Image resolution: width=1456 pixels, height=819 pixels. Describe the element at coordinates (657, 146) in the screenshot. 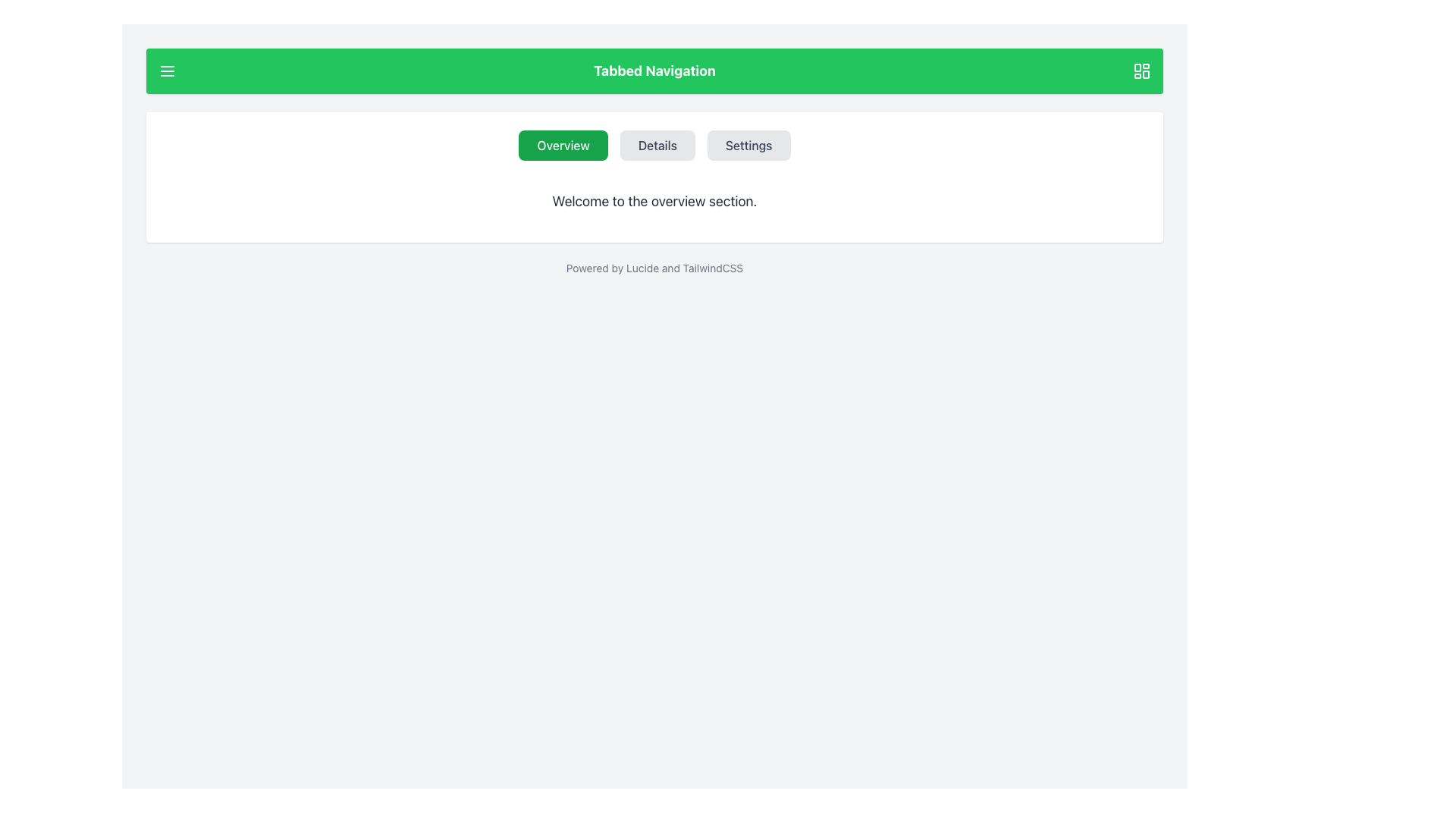

I see `the 'Details' button with navy blue text in the tab menu` at that location.